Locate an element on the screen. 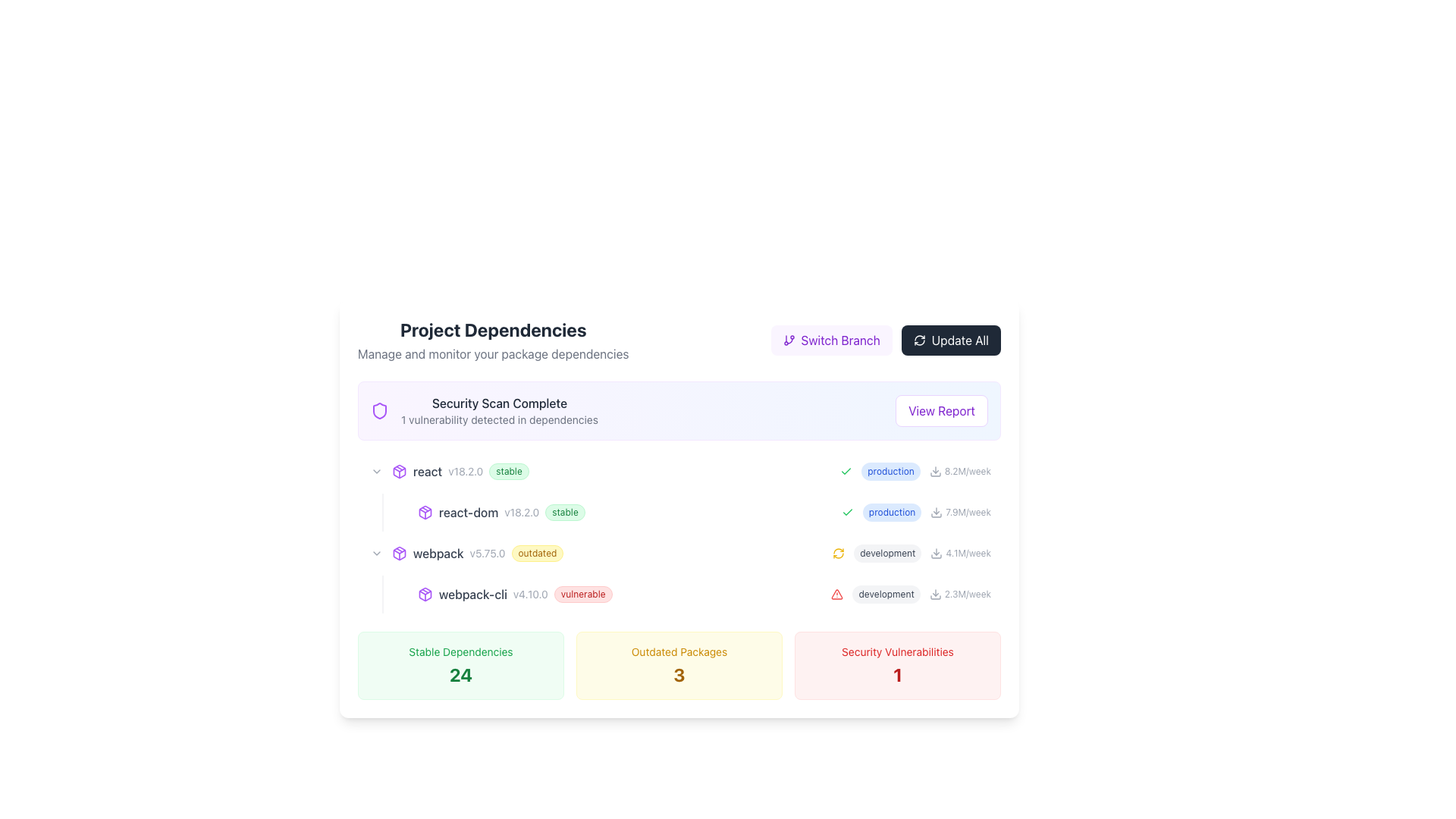 The image size is (1456, 819). the download statistics icon located to the left of the text '4.1M/week' in the horizontal group is located at coordinates (936, 553).